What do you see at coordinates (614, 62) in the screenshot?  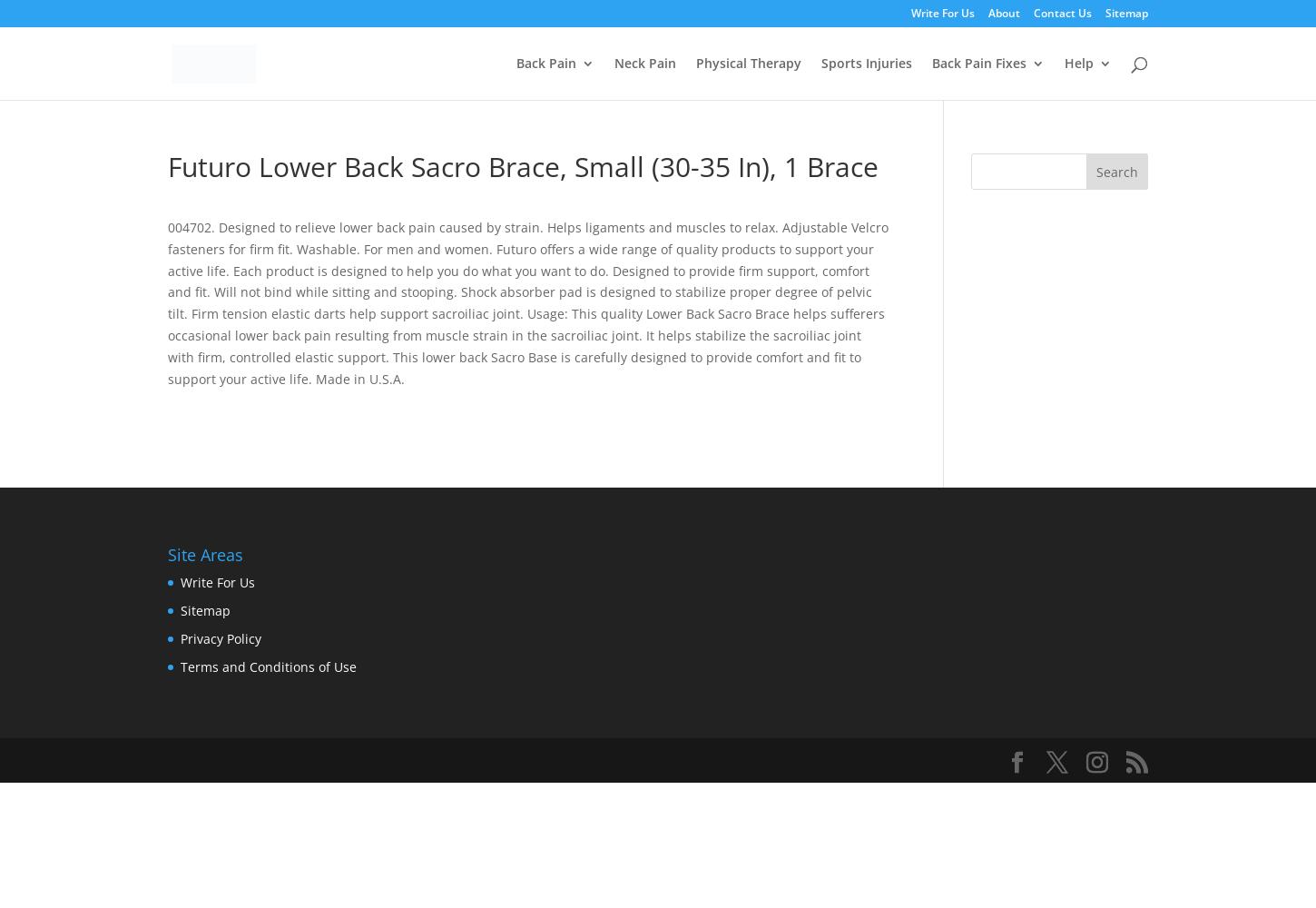 I see `'Neck Pain'` at bounding box center [614, 62].